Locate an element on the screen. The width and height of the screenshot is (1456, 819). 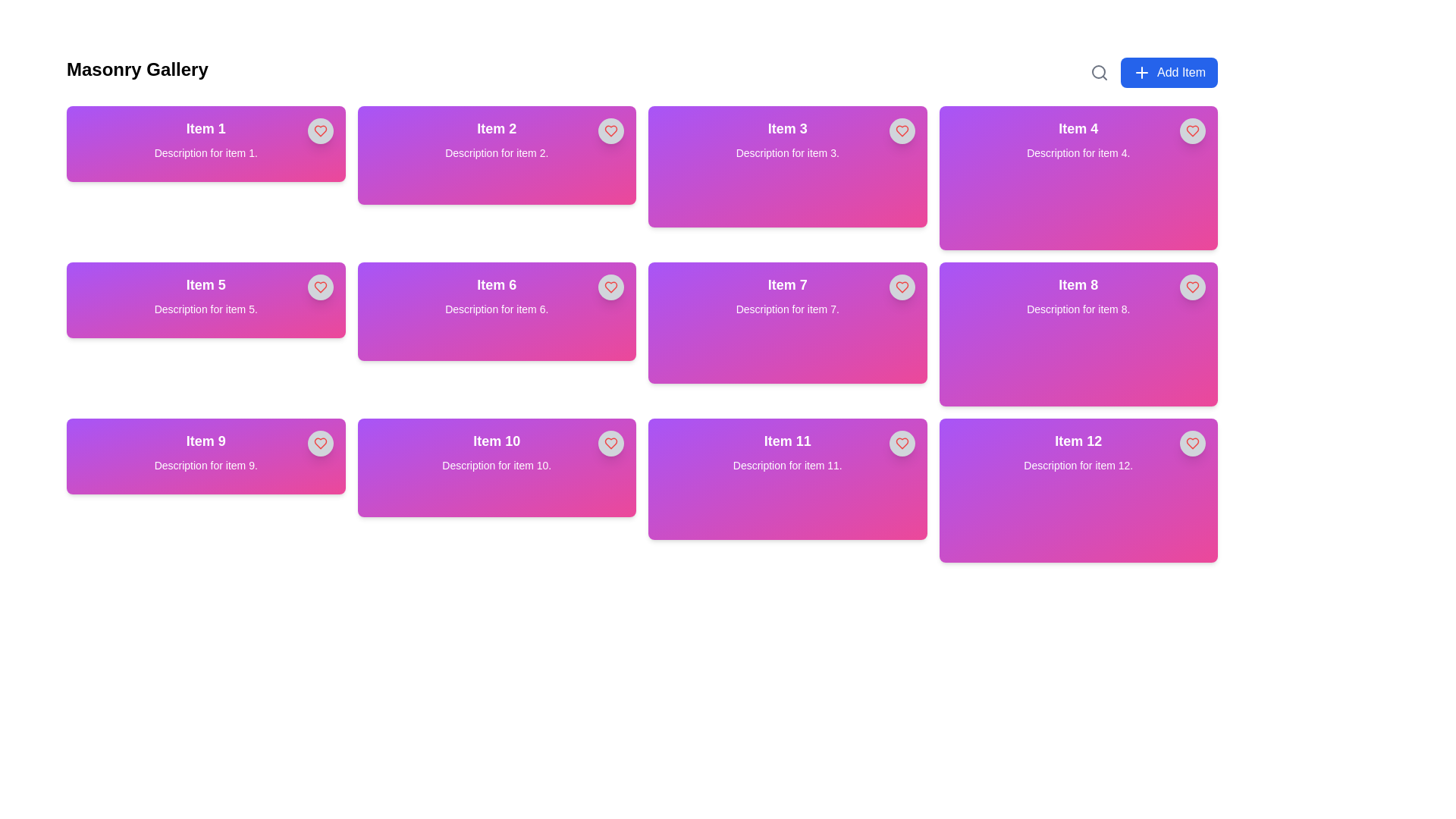
the magnifying glass icon located to the left of the blue 'Add Item' button to initiate a search is located at coordinates (1099, 73).